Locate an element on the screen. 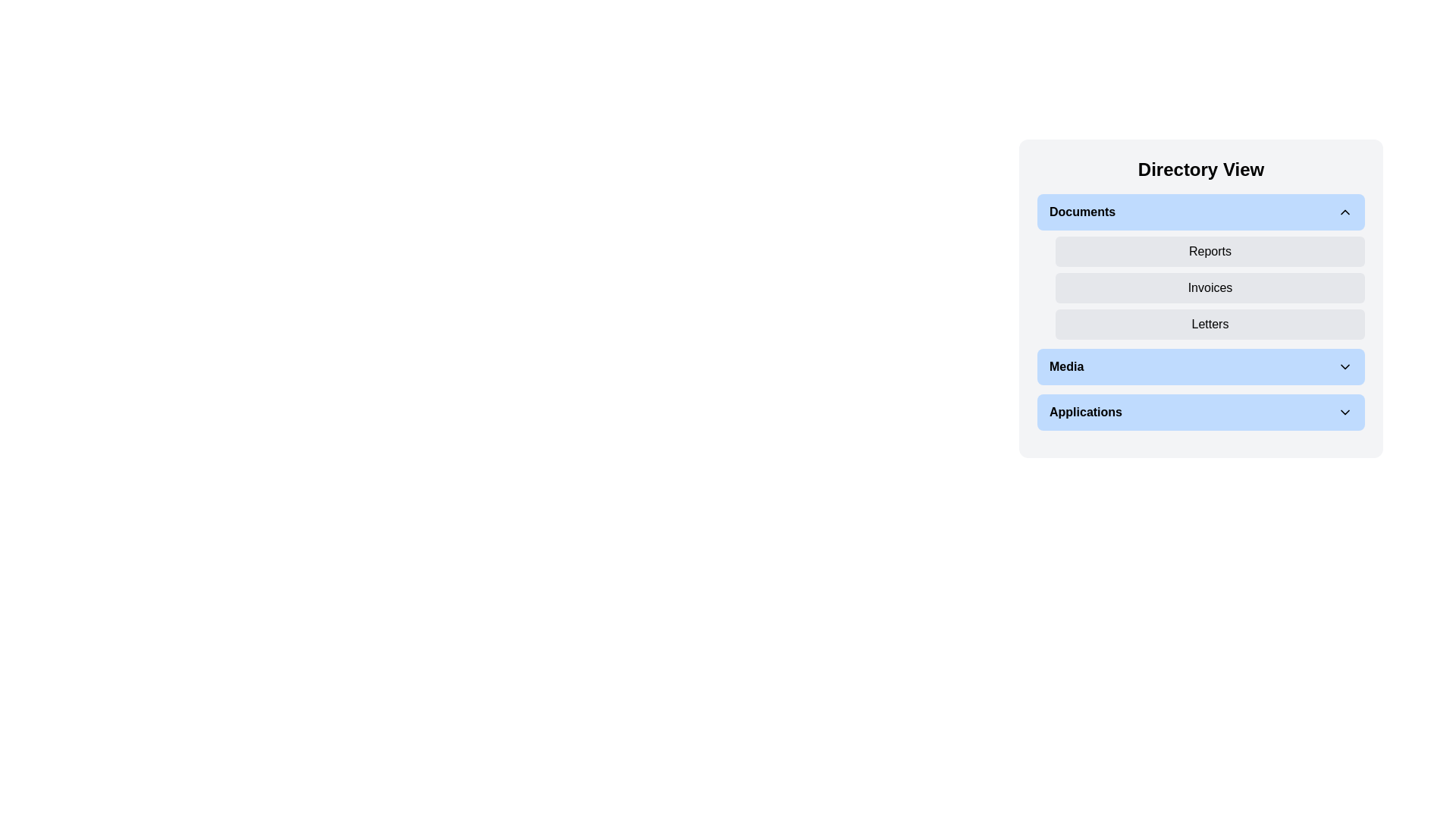  the bold text label 'Documents' within the 'Documents' section header in the 'Directory View' is located at coordinates (1081, 212).